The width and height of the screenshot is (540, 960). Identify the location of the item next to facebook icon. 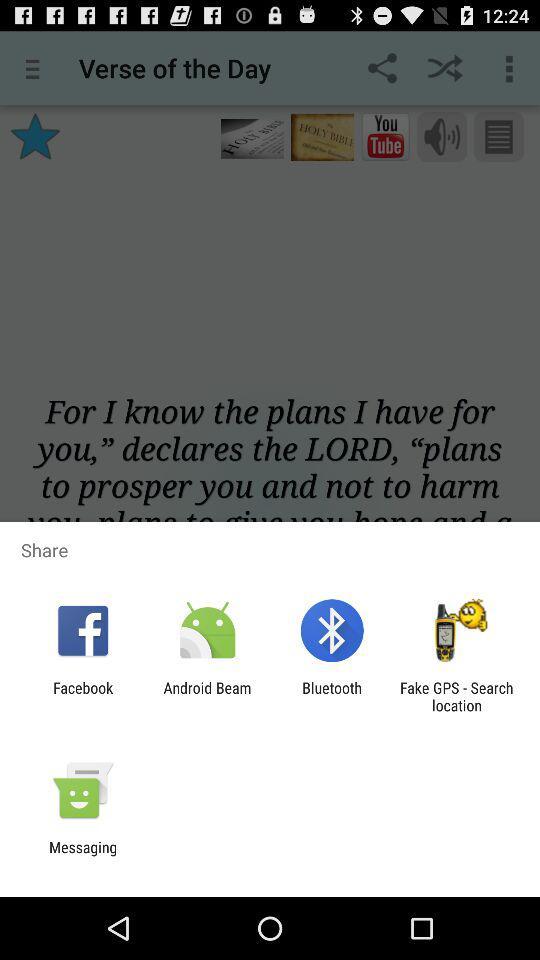
(206, 696).